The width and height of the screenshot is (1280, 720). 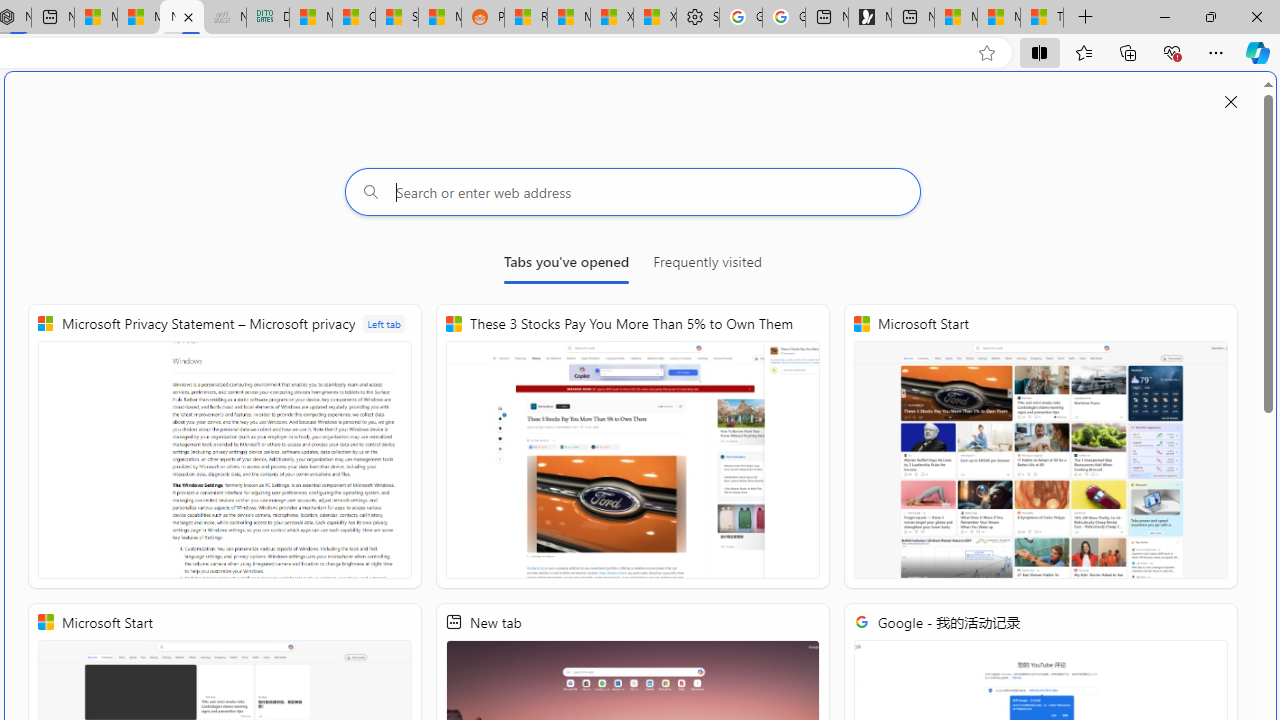 What do you see at coordinates (1230, 102) in the screenshot?
I see `'Close split screen'` at bounding box center [1230, 102].